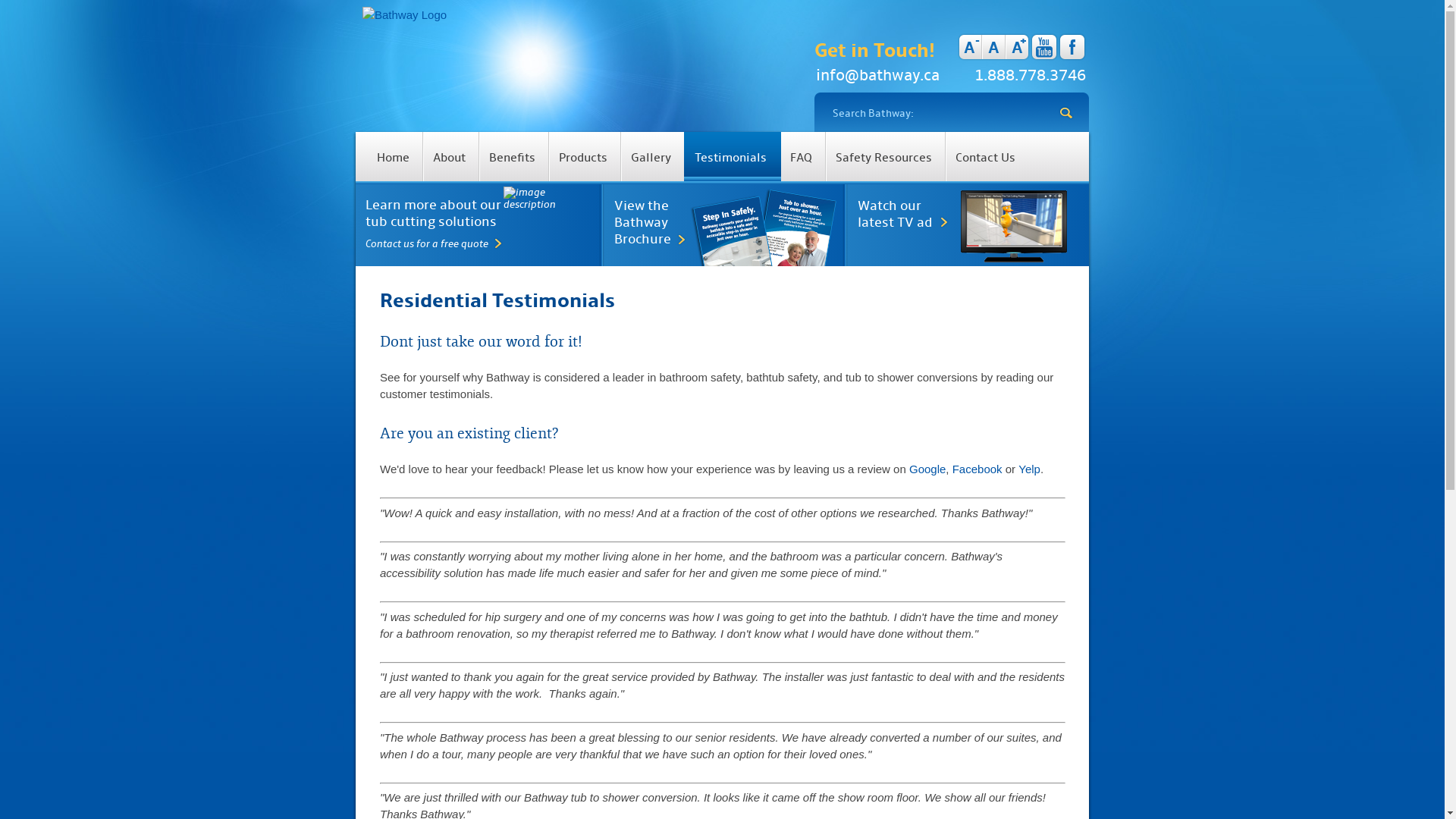  I want to click on 'A', so click(993, 45).